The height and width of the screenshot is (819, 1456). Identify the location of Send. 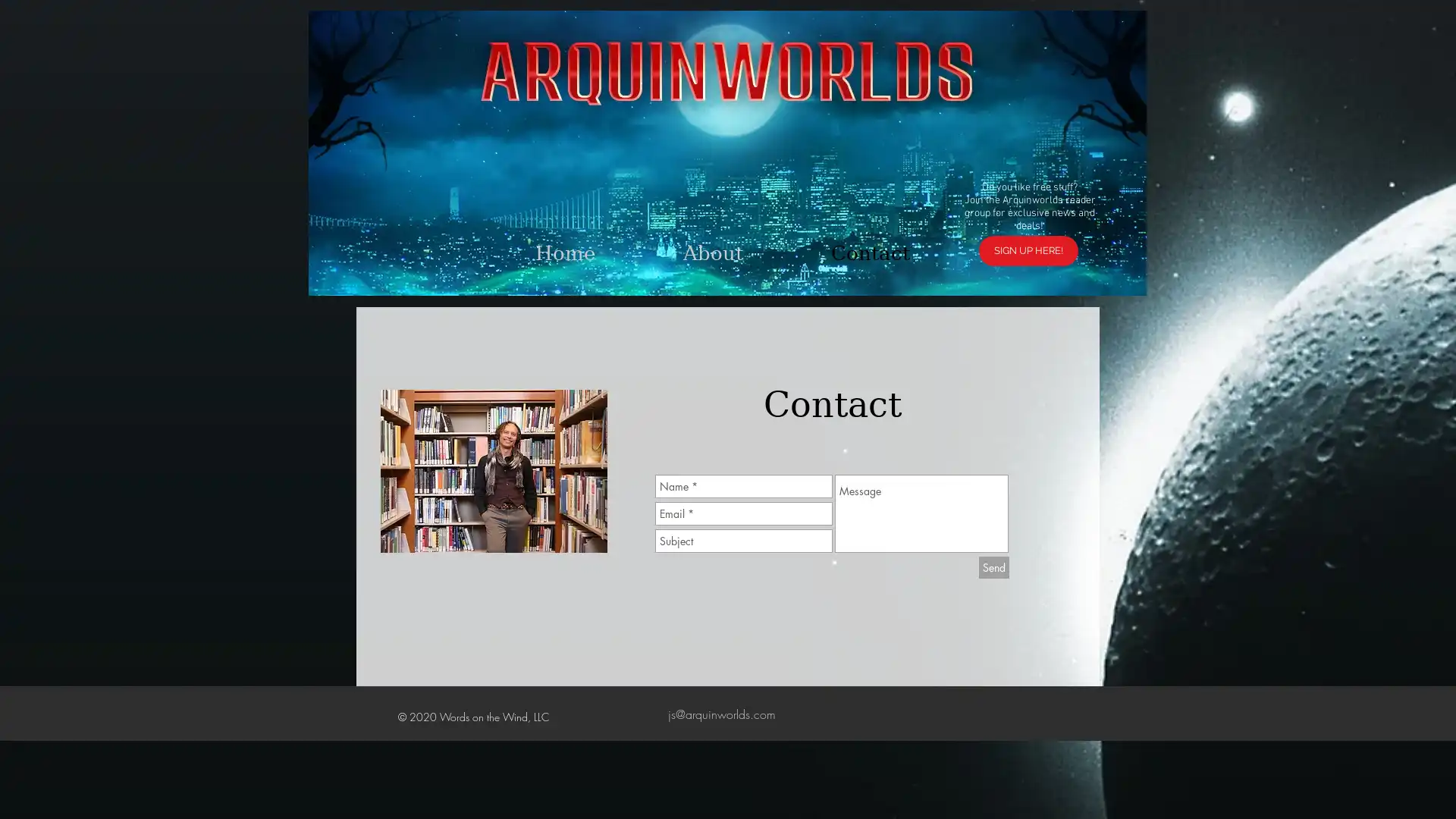
(993, 567).